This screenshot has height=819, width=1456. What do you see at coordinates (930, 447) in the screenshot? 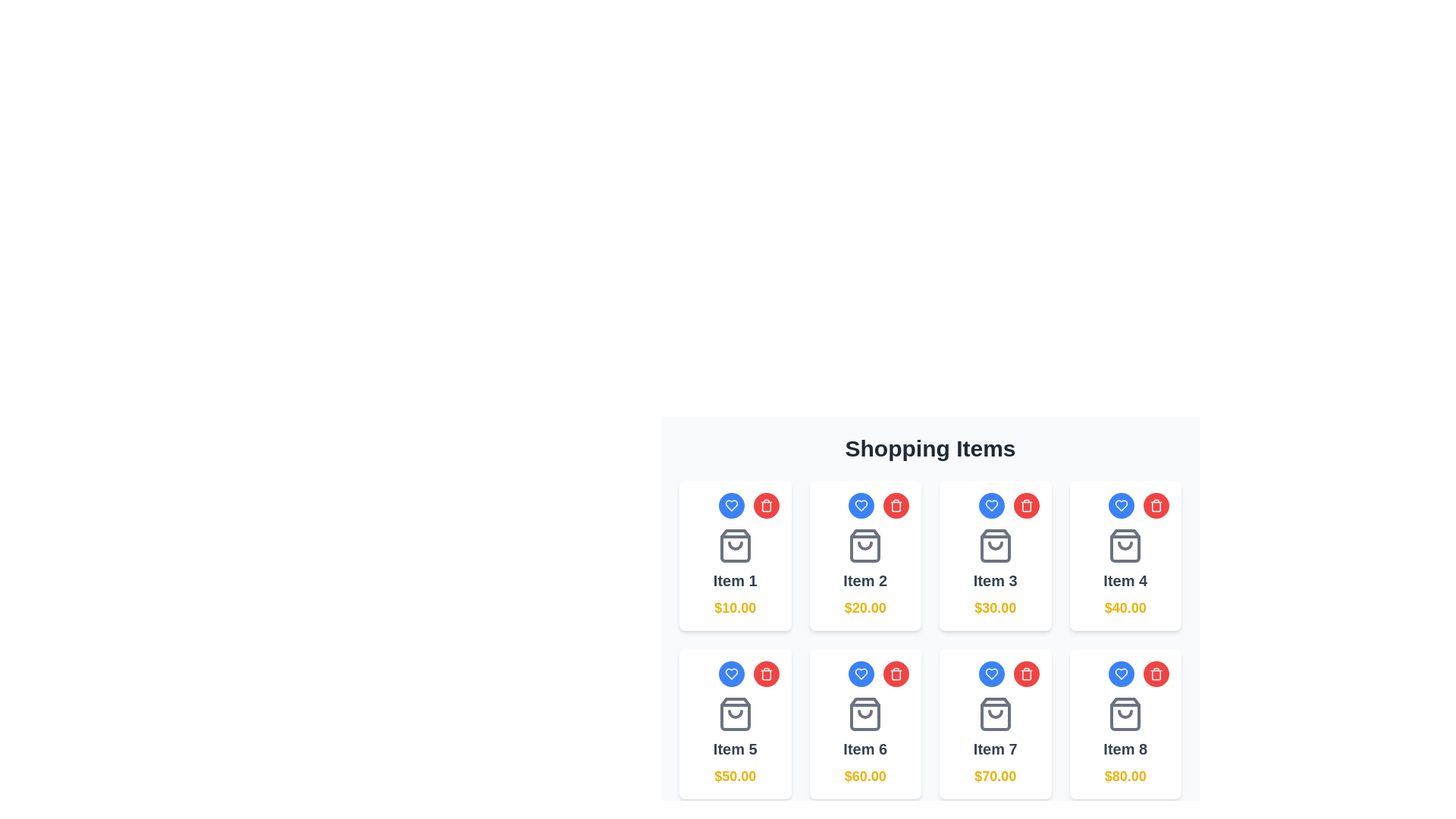
I see `static text label that serves as the header for the shopping items section, positioned at the top of the grid layout` at bounding box center [930, 447].